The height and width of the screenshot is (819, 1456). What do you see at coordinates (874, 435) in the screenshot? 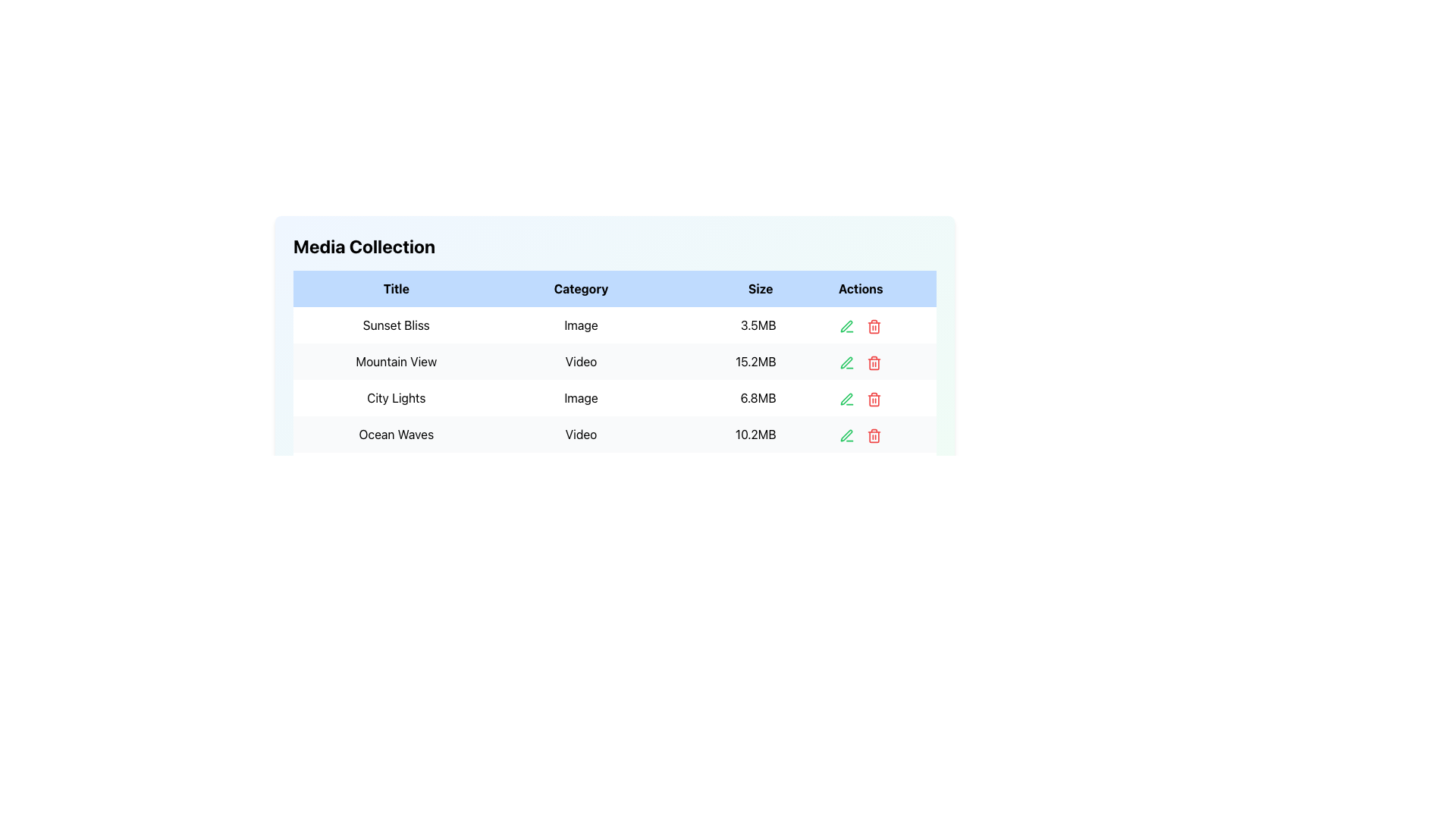
I see `the delete button located in the 'Actions' column of the row labeled 'Ocean Waves' and 'Video'` at bounding box center [874, 435].